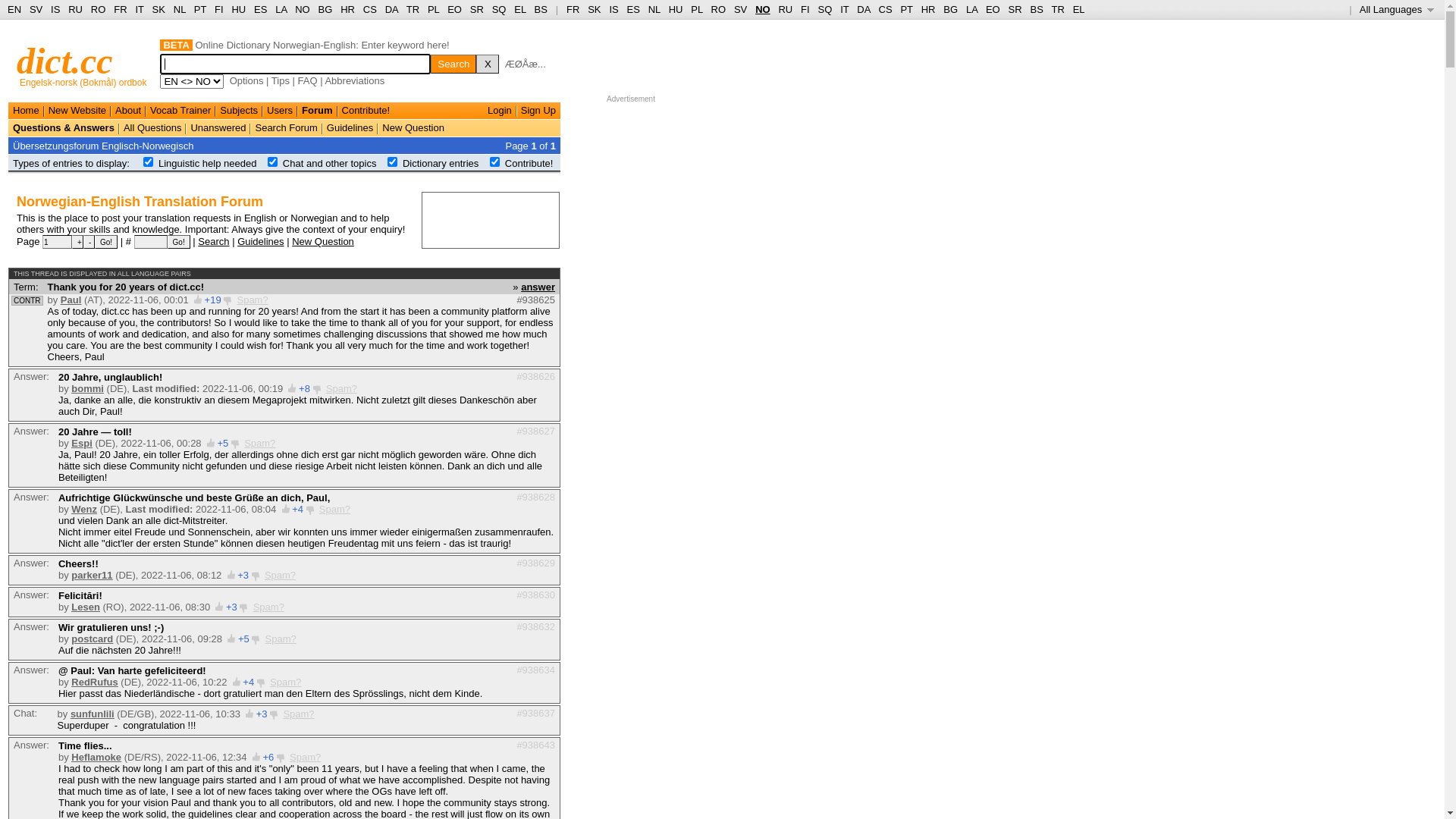  I want to click on 'Users', so click(280, 109).